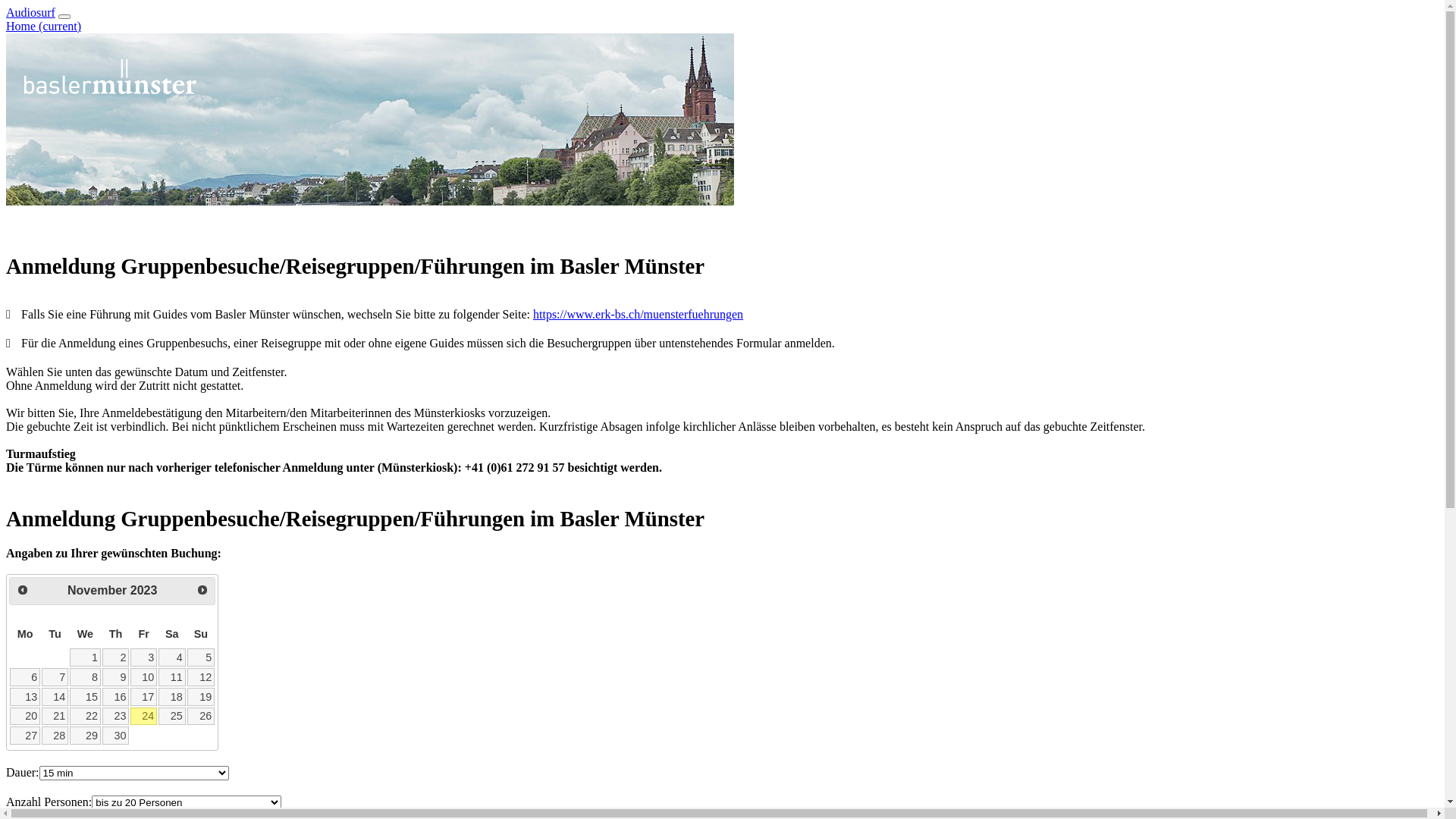  What do you see at coordinates (43, 26) in the screenshot?
I see `'Home (current)'` at bounding box center [43, 26].